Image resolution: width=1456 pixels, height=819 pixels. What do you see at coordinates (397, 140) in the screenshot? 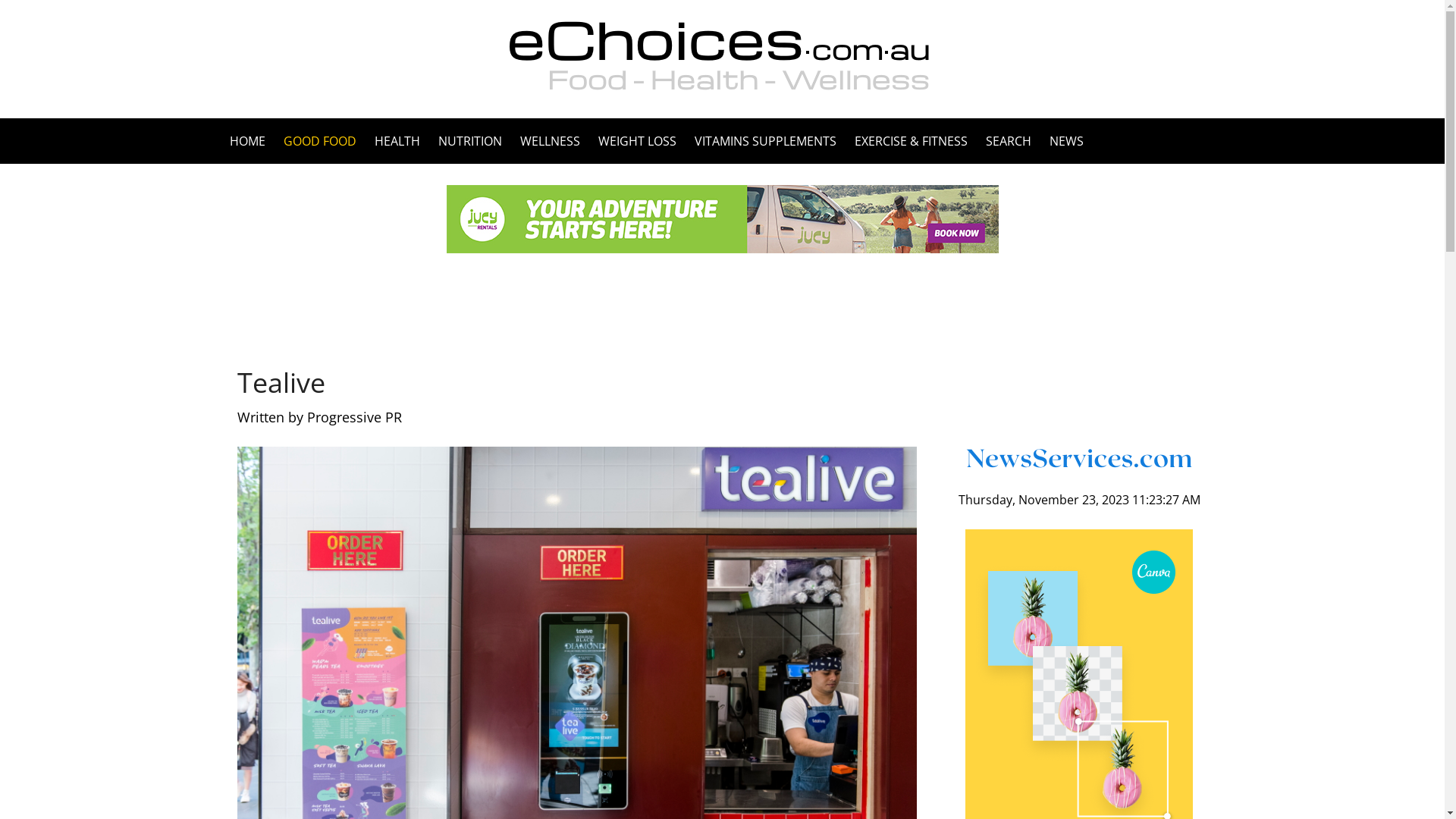
I see `'HEALTH'` at bounding box center [397, 140].